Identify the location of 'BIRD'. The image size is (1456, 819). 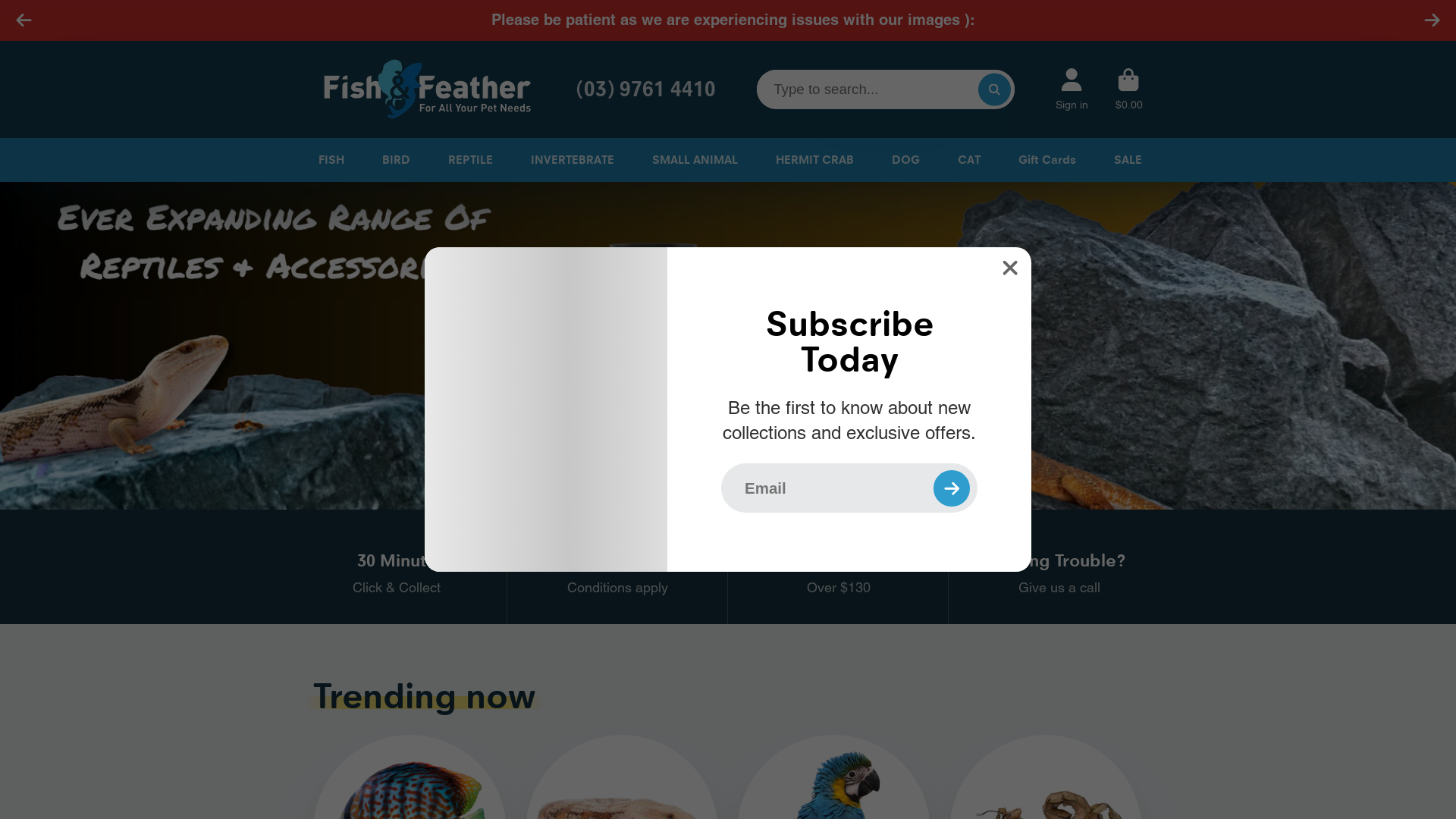
(394, 160).